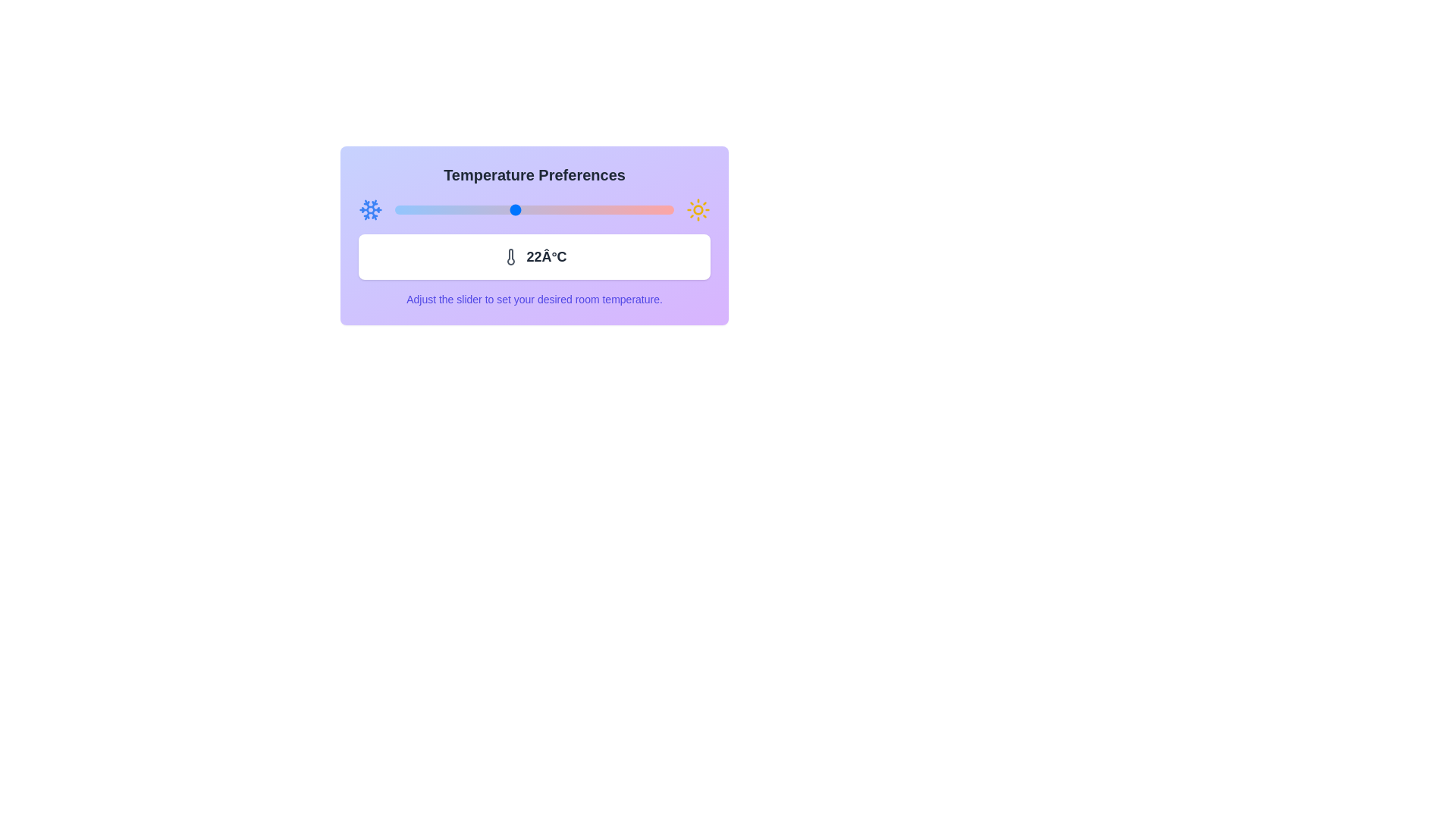  Describe the element at coordinates (371, 210) in the screenshot. I see `the snowflake icon to activate the cooling mode` at that location.